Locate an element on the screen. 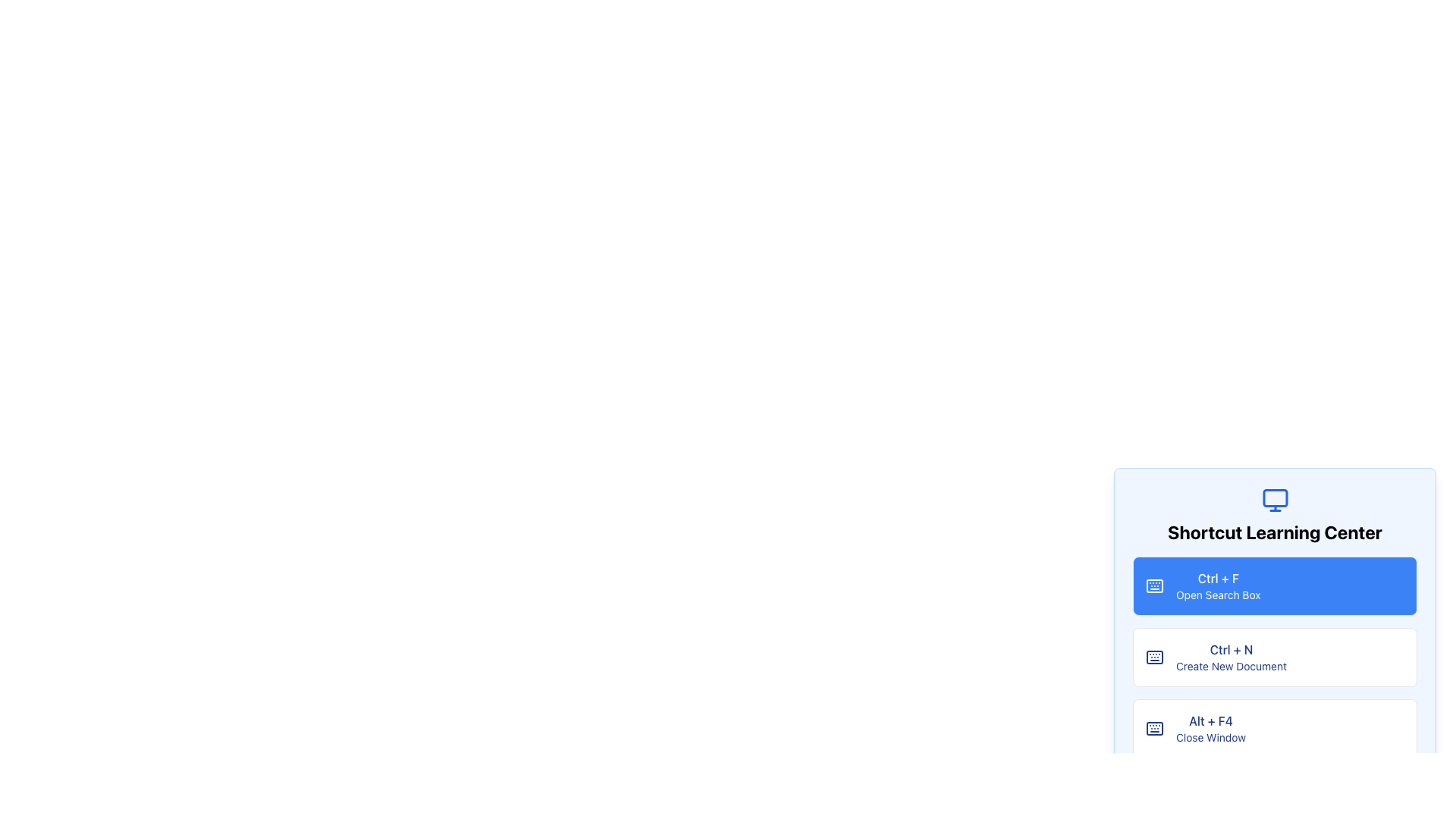  the design of the keyboard shortcut icon representing 'Alt + F4 Close Window' located in the Shortcut Learning Center section is located at coordinates (1153, 727).